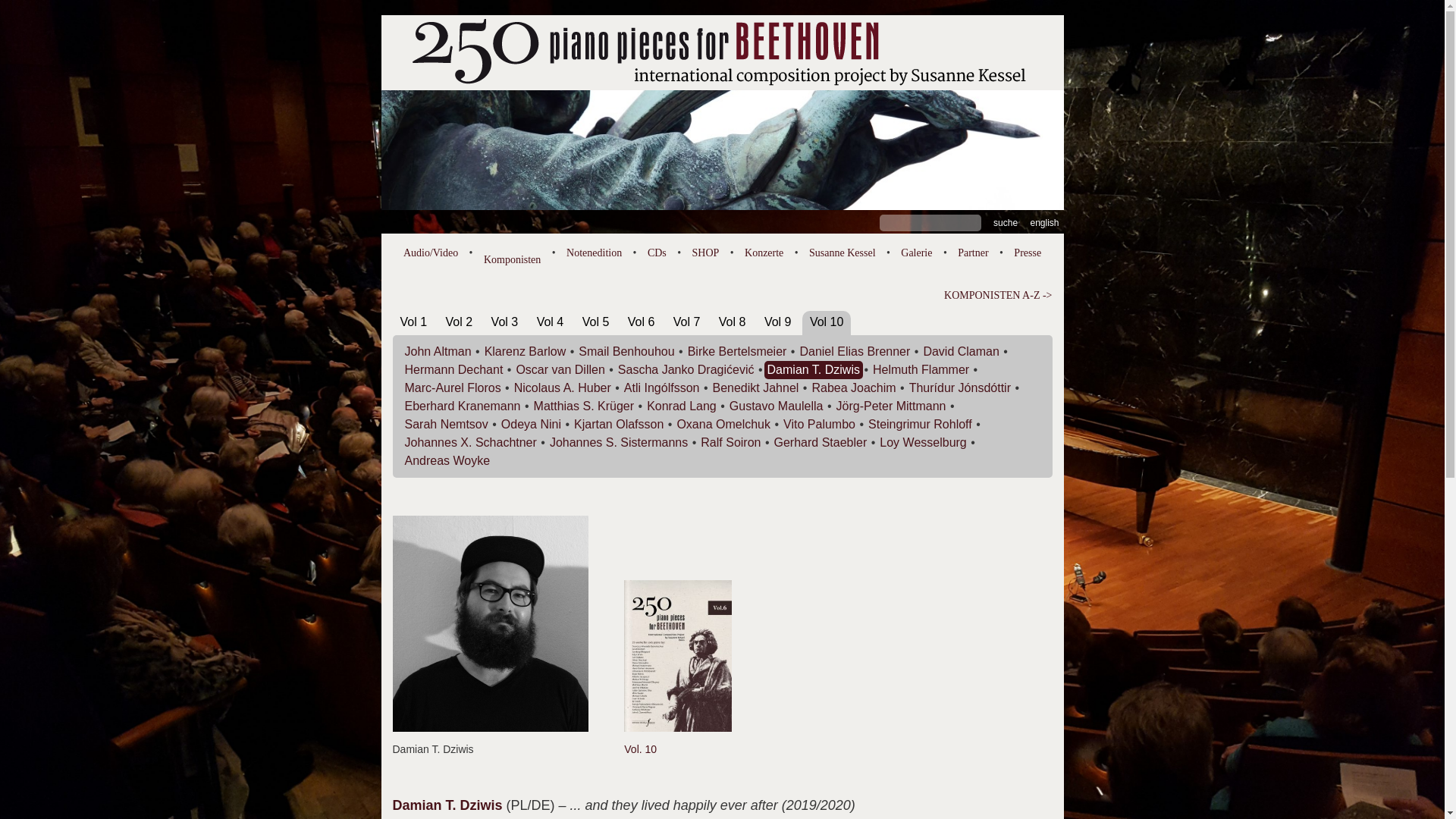 The image size is (1456, 819). What do you see at coordinates (960, 351) in the screenshot?
I see `'David Claman'` at bounding box center [960, 351].